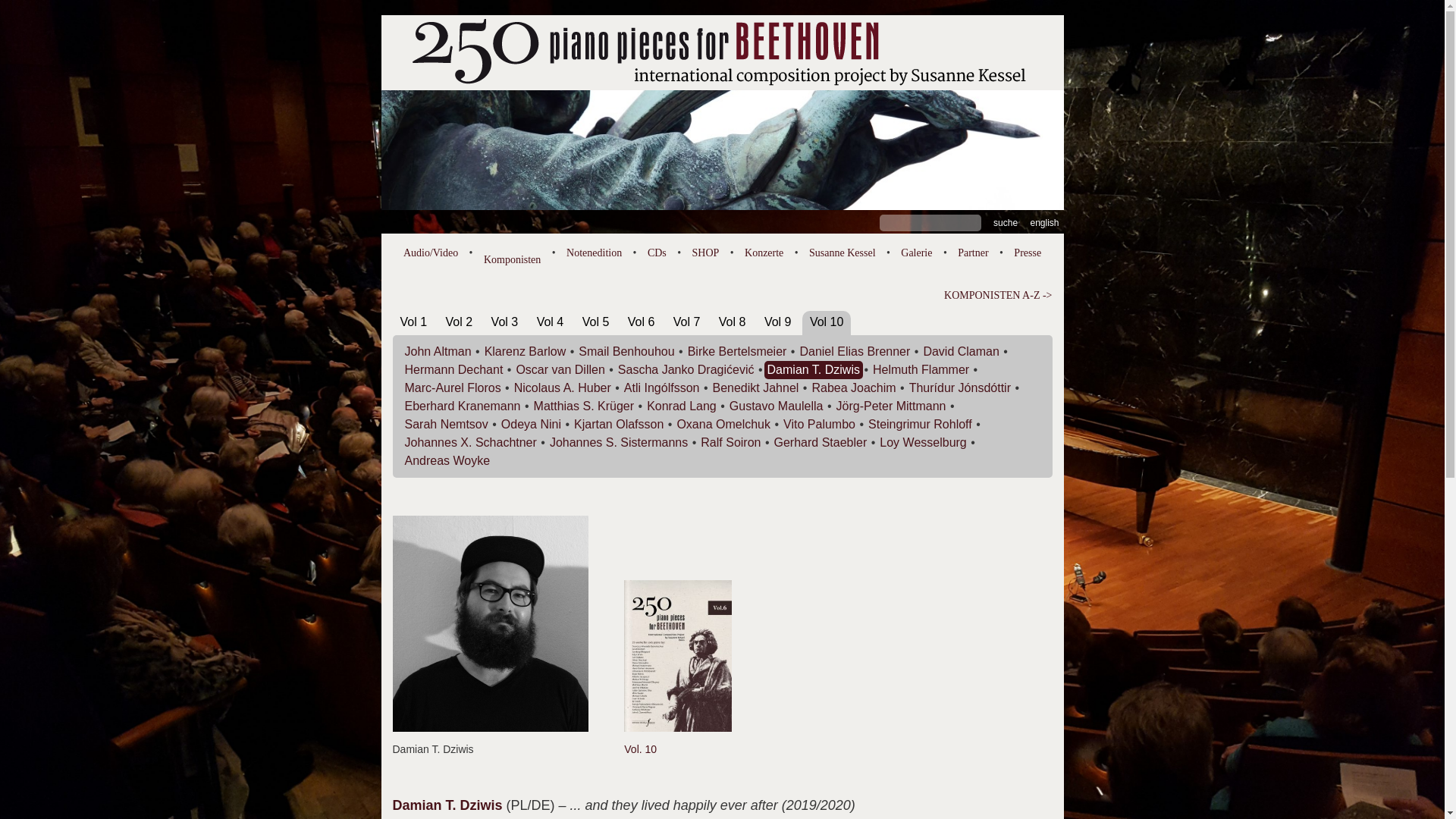 The image size is (1456, 819). What do you see at coordinates (960, 351) in the screenshot?
I see `'David Claman'` at bounding box center [960, 351].